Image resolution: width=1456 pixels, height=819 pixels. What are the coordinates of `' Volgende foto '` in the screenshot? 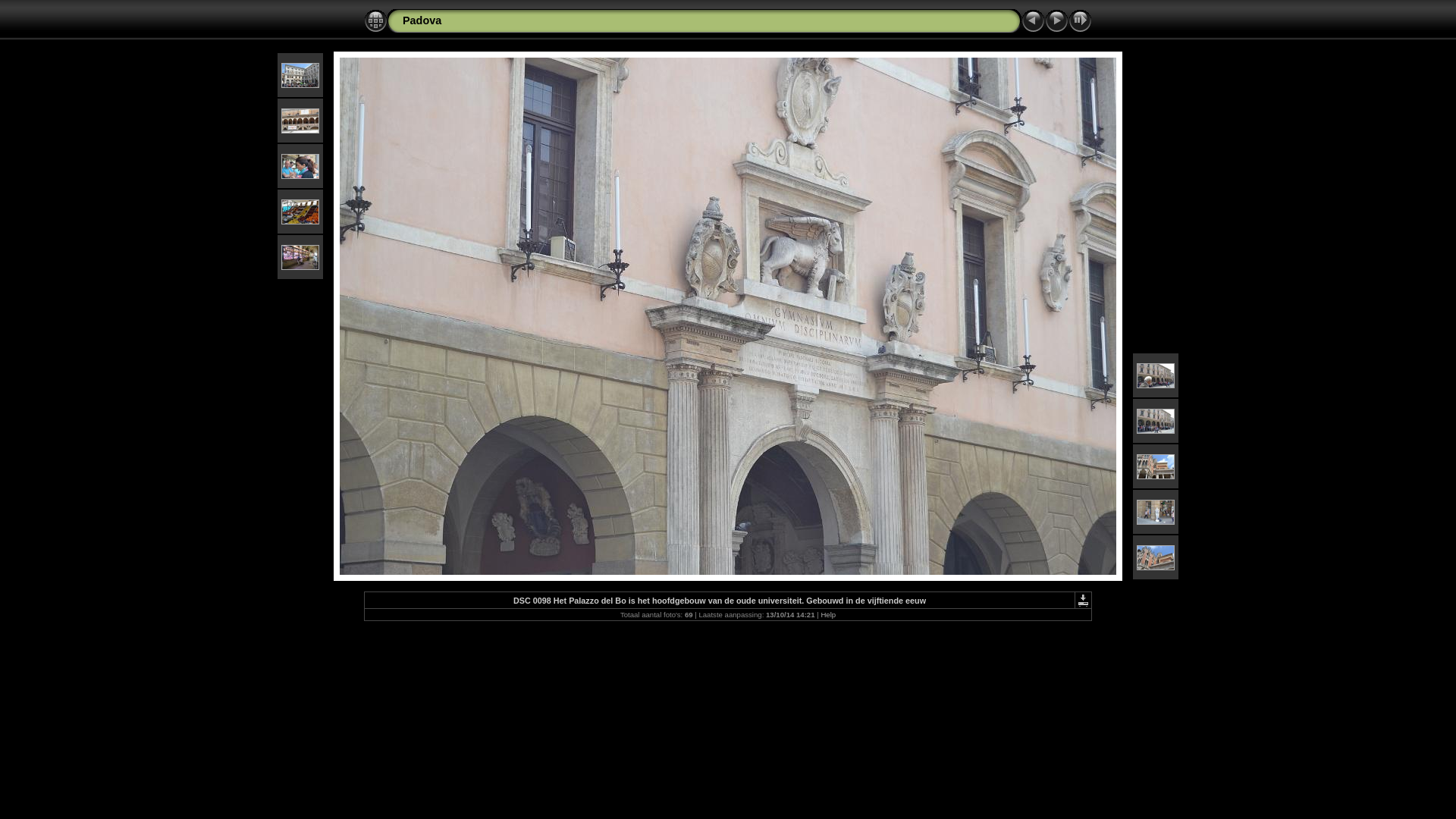 It's located at (1056, 20).